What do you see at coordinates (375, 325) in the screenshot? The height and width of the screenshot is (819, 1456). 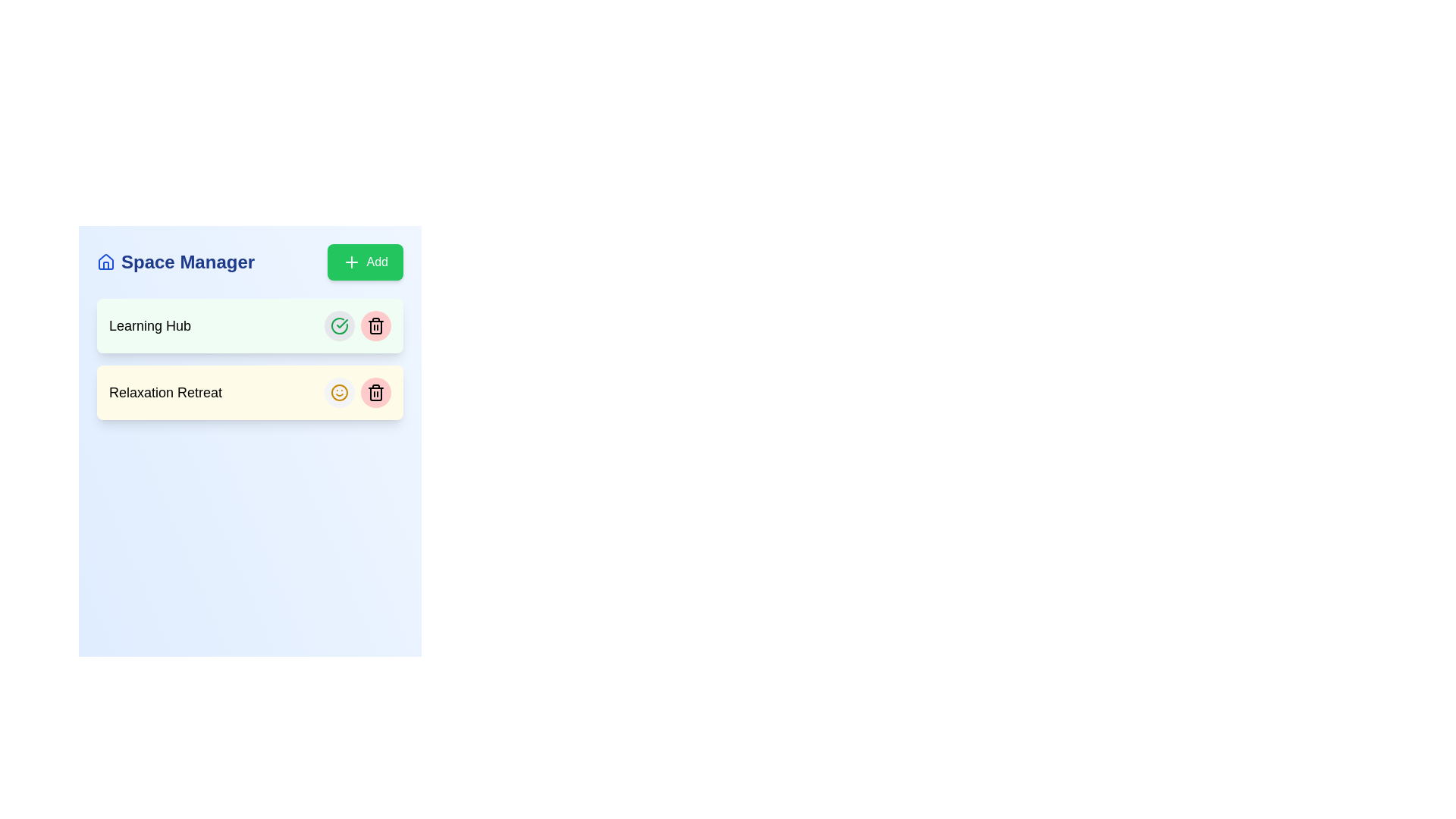 I see `the trash can icon located to the right of the 'Learning Hub' text for additional options` at bounding box center [375, 325].